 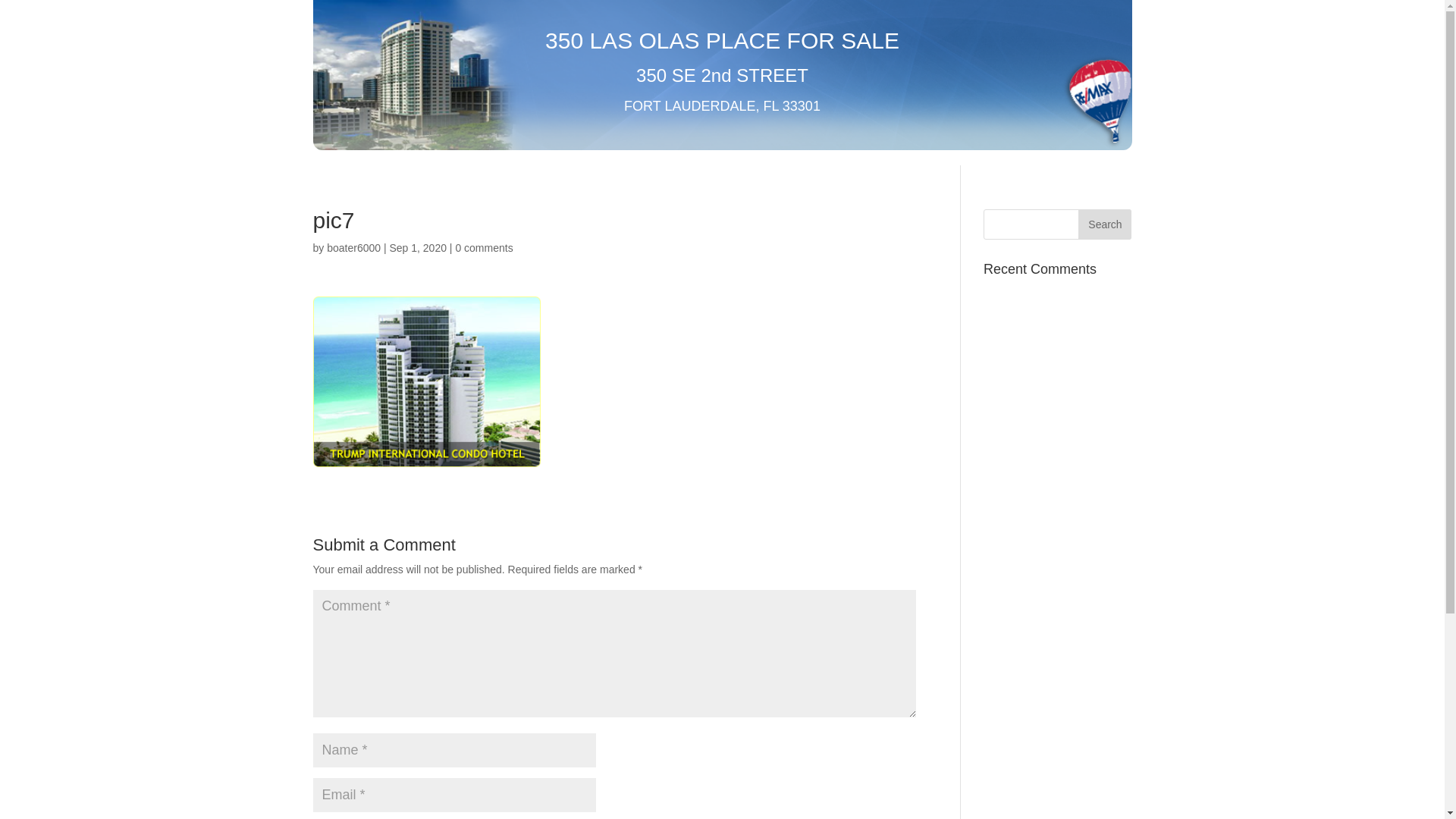 I want to click on 'boater6000', so click(x=353, y=247).